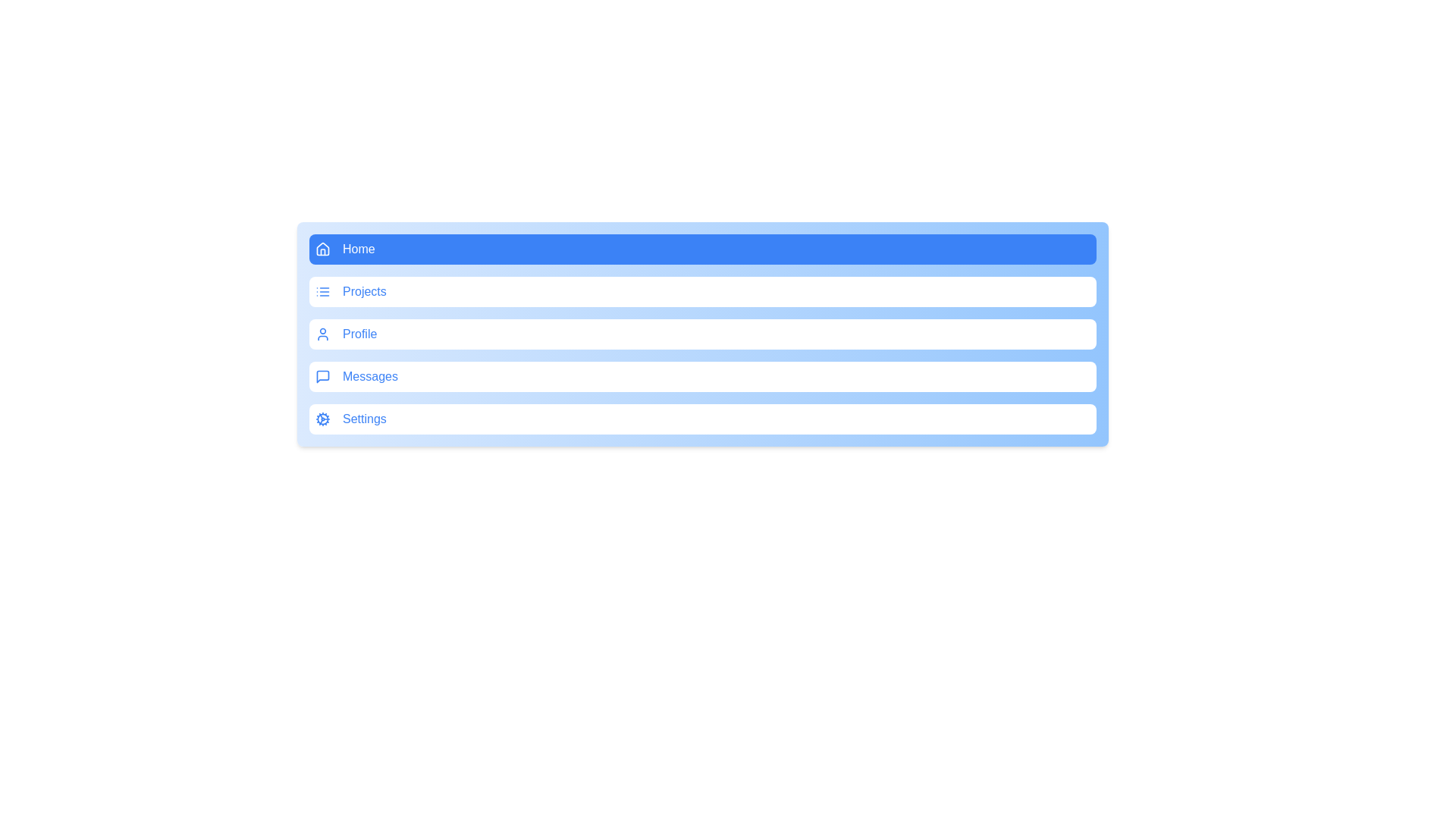  Describe the element at coordinates (701, 333) in the screenshot. I see `the navigation item labeled Profile` at that location.